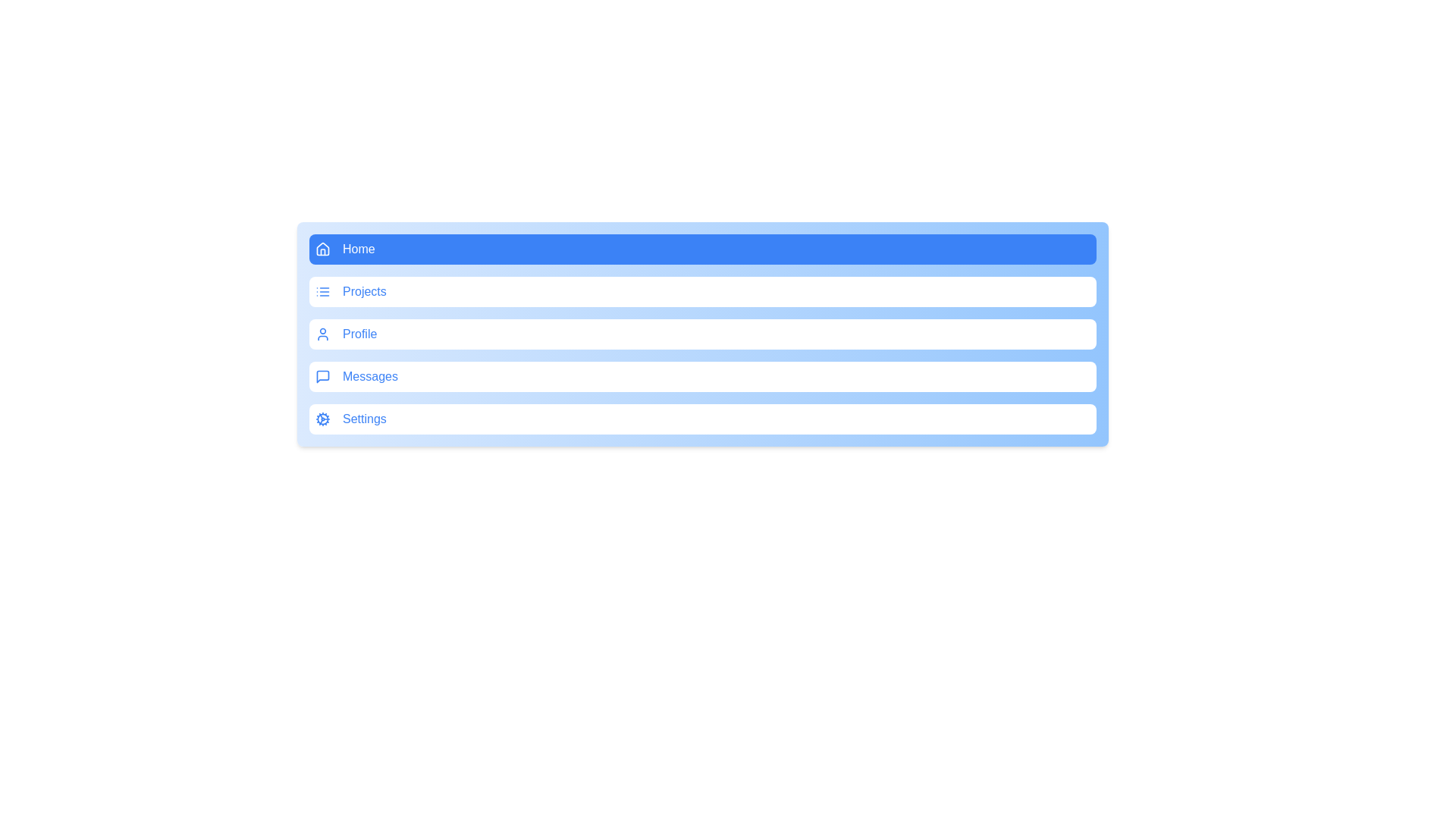  Describe the element at coordinates (701, 333) in the screenshot. I see `the navigation item labeled Profile` at that location.